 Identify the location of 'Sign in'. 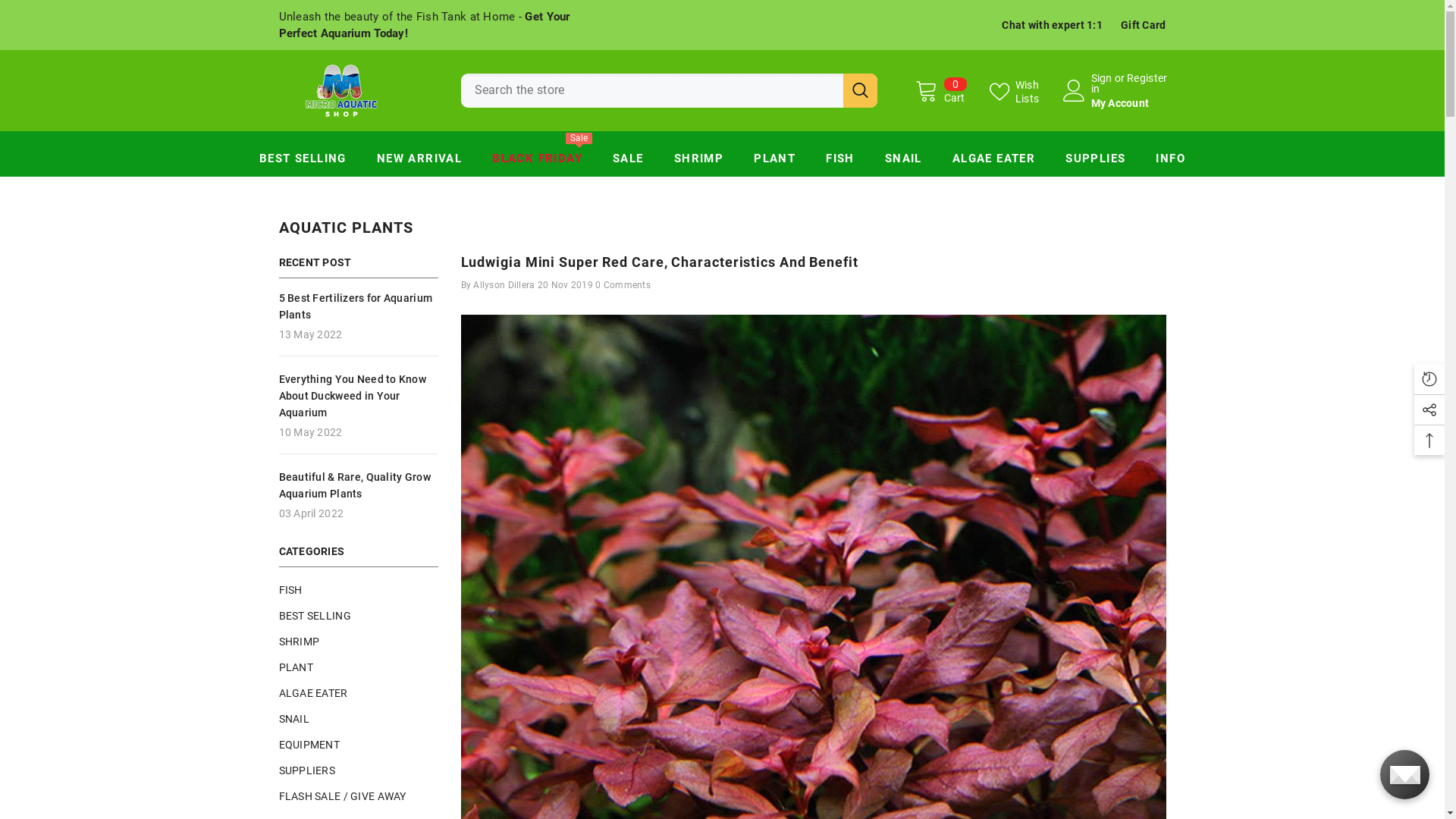
(1100, 83).